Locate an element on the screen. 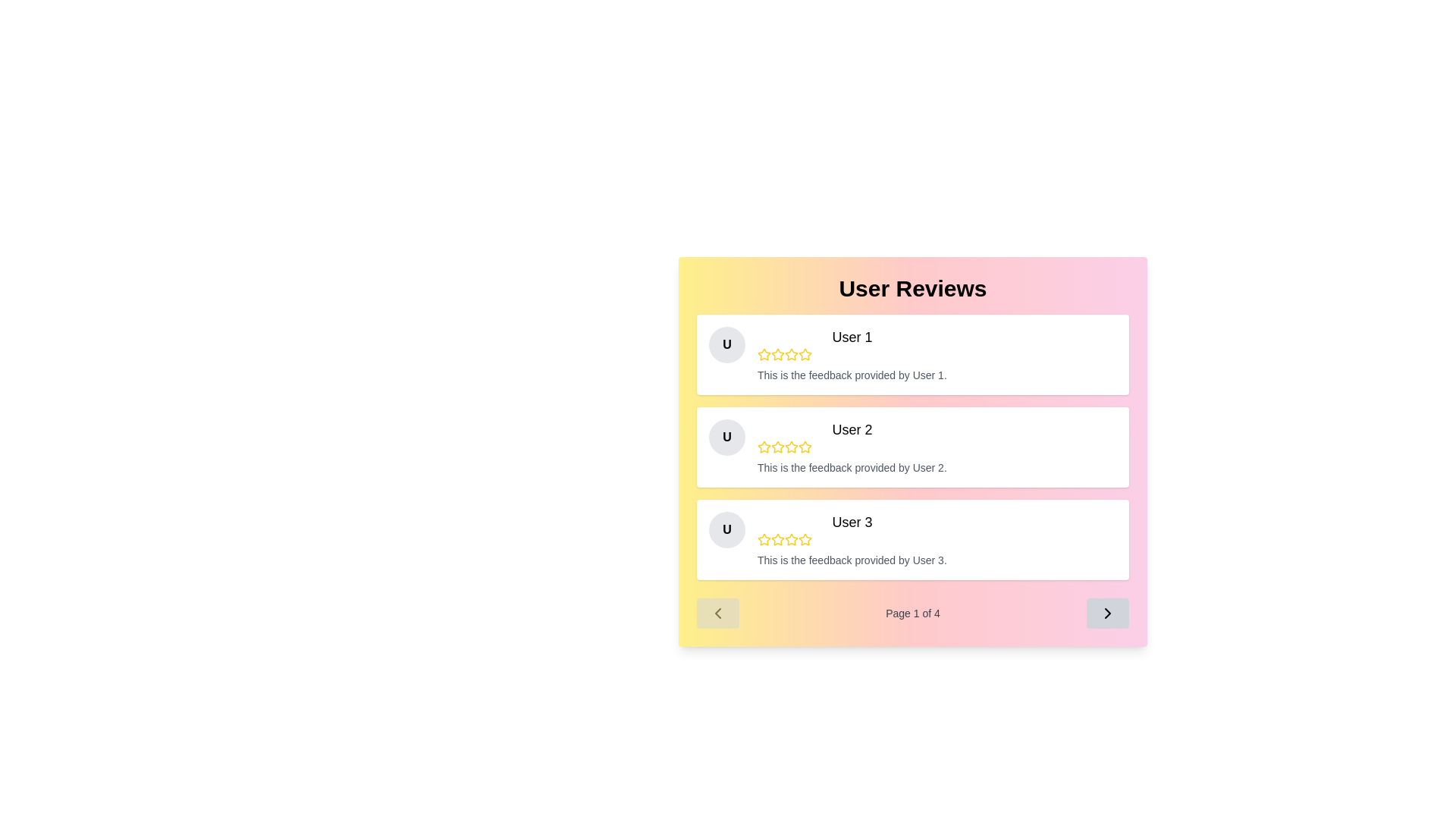  Feedback Card Component that displays user feedback, including their name, avatar, rating, and feedback text, positioned as the third card in a vertical list is located at coordinates (912, 539).